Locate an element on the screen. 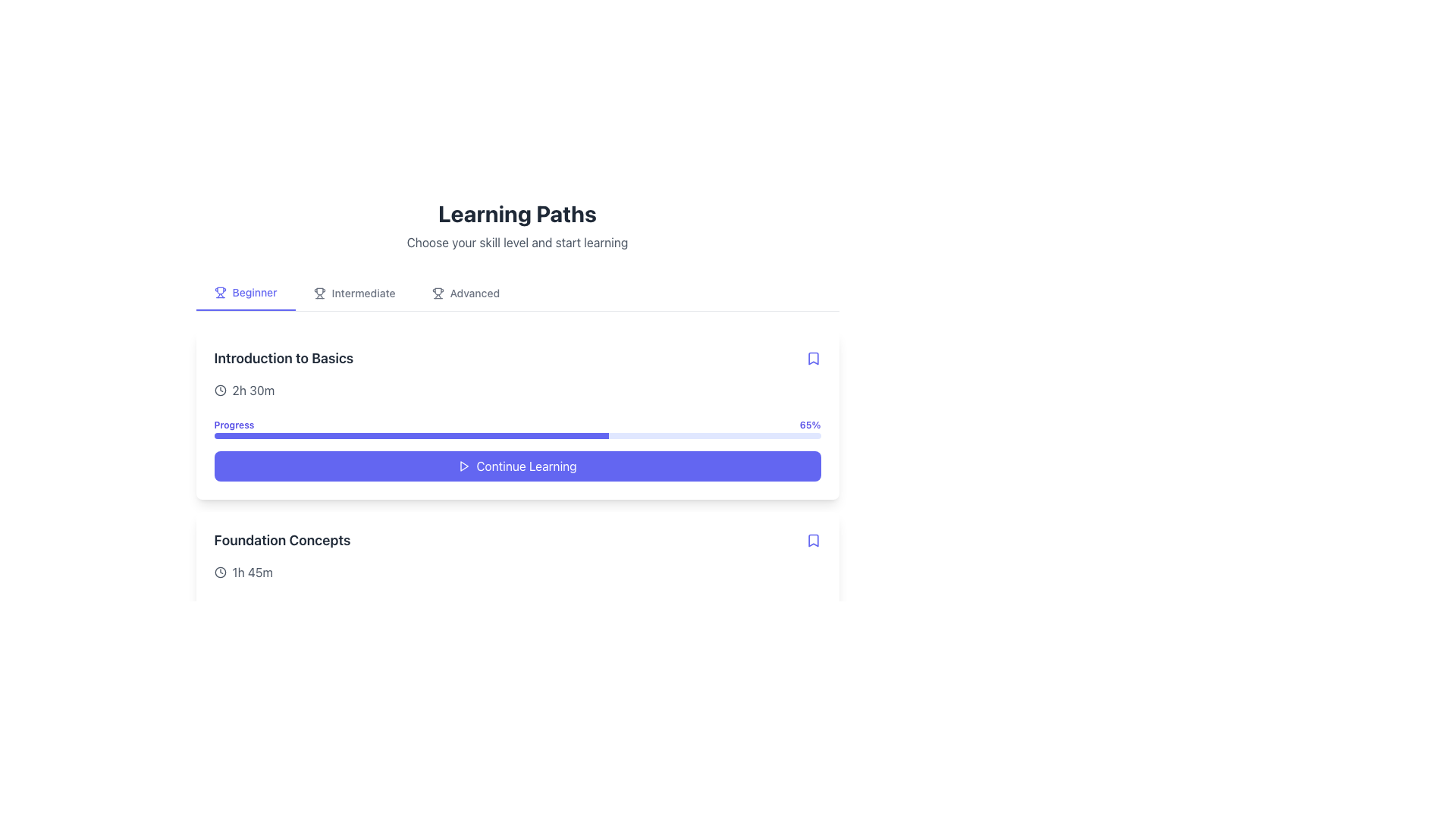 This screenshot has height=819, width=1456. the trophy-shaped icon, which is gray and located to the left of the 'Intermediate' text is located at coordinates (318, 293).